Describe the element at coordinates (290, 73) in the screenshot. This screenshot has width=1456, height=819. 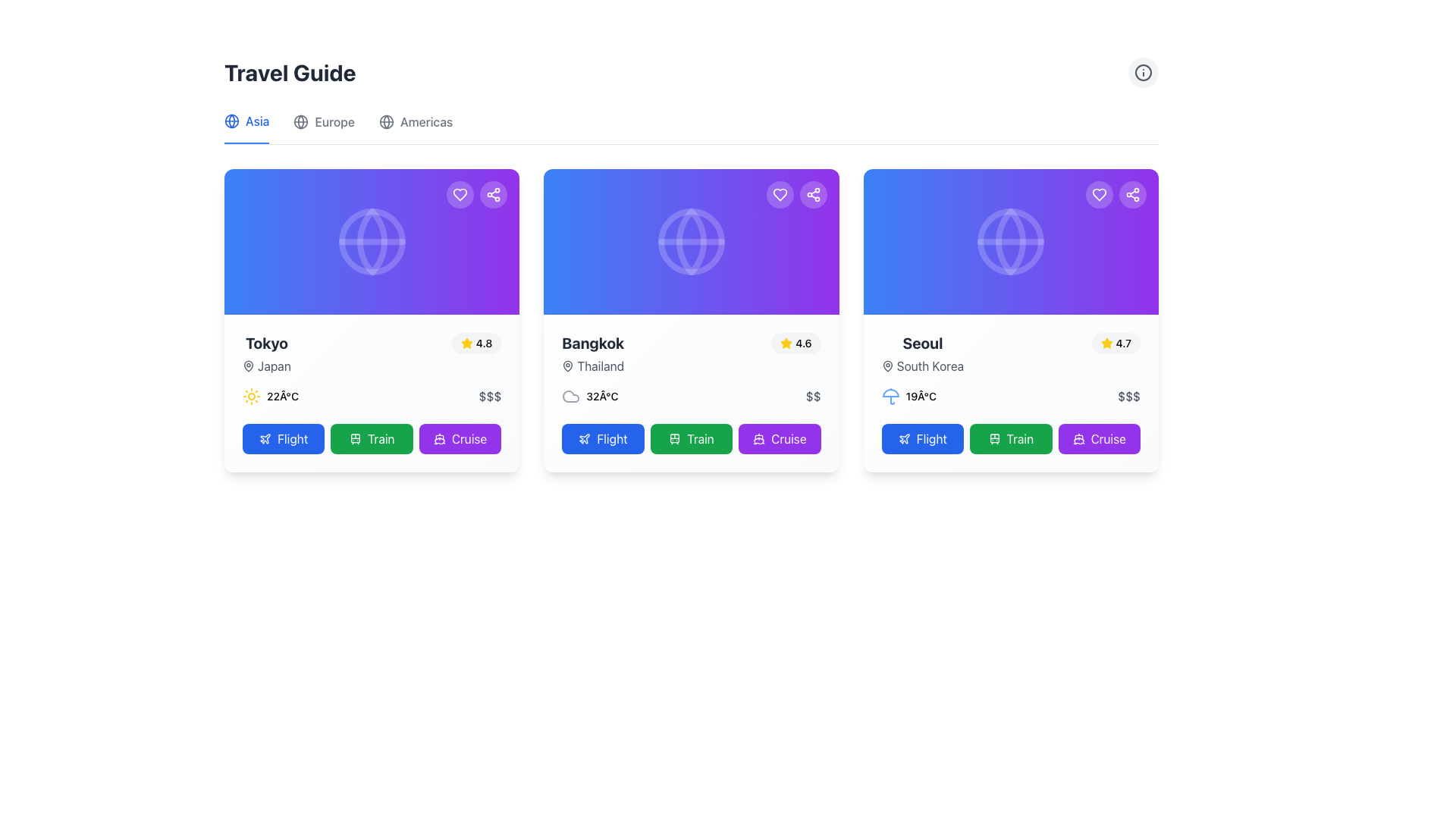
I see `text of the header element located at the upper-left section of the interface, which serves as the title for the content area` at that location.